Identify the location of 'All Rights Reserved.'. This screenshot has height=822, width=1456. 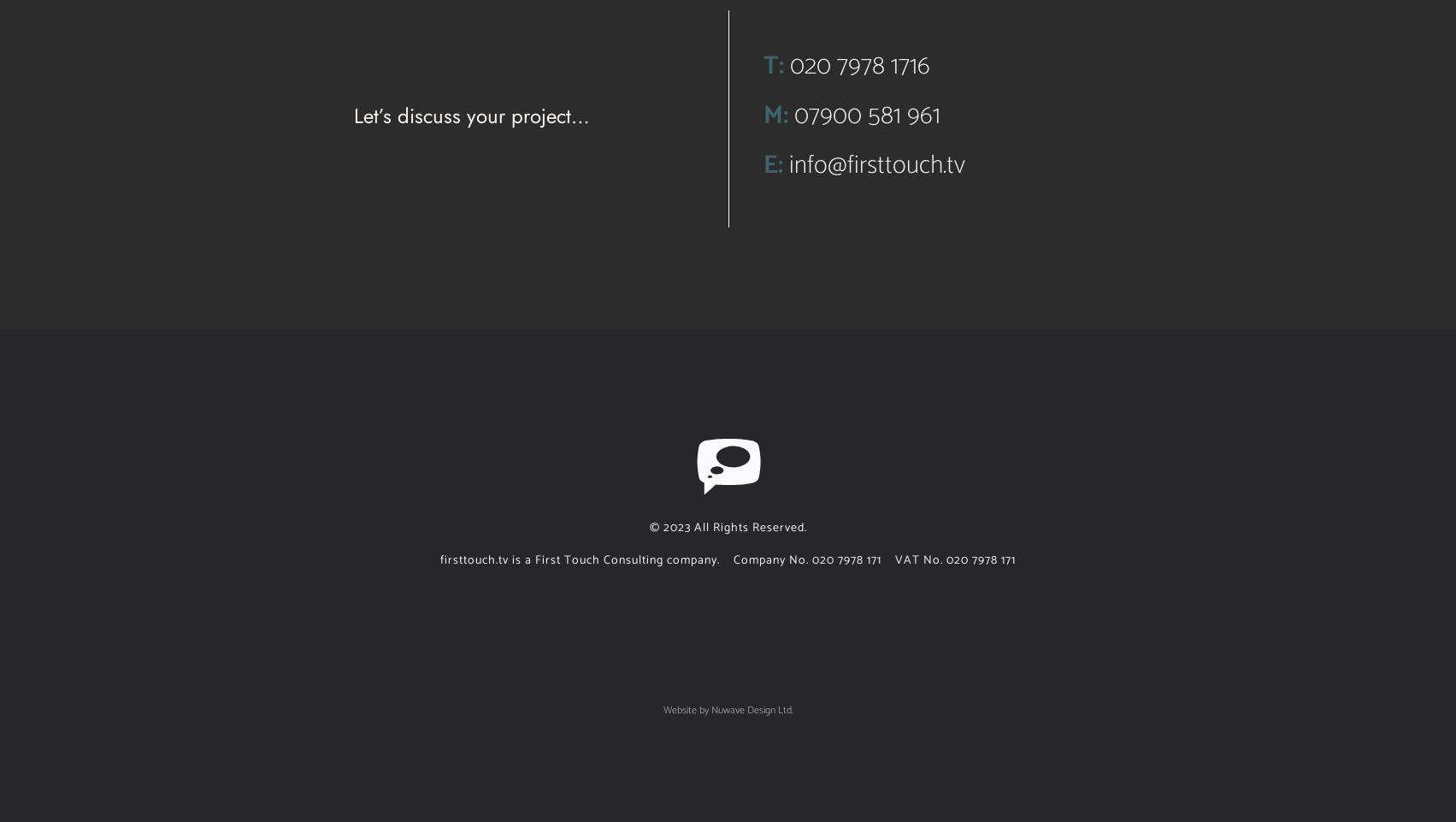
(749, 528).